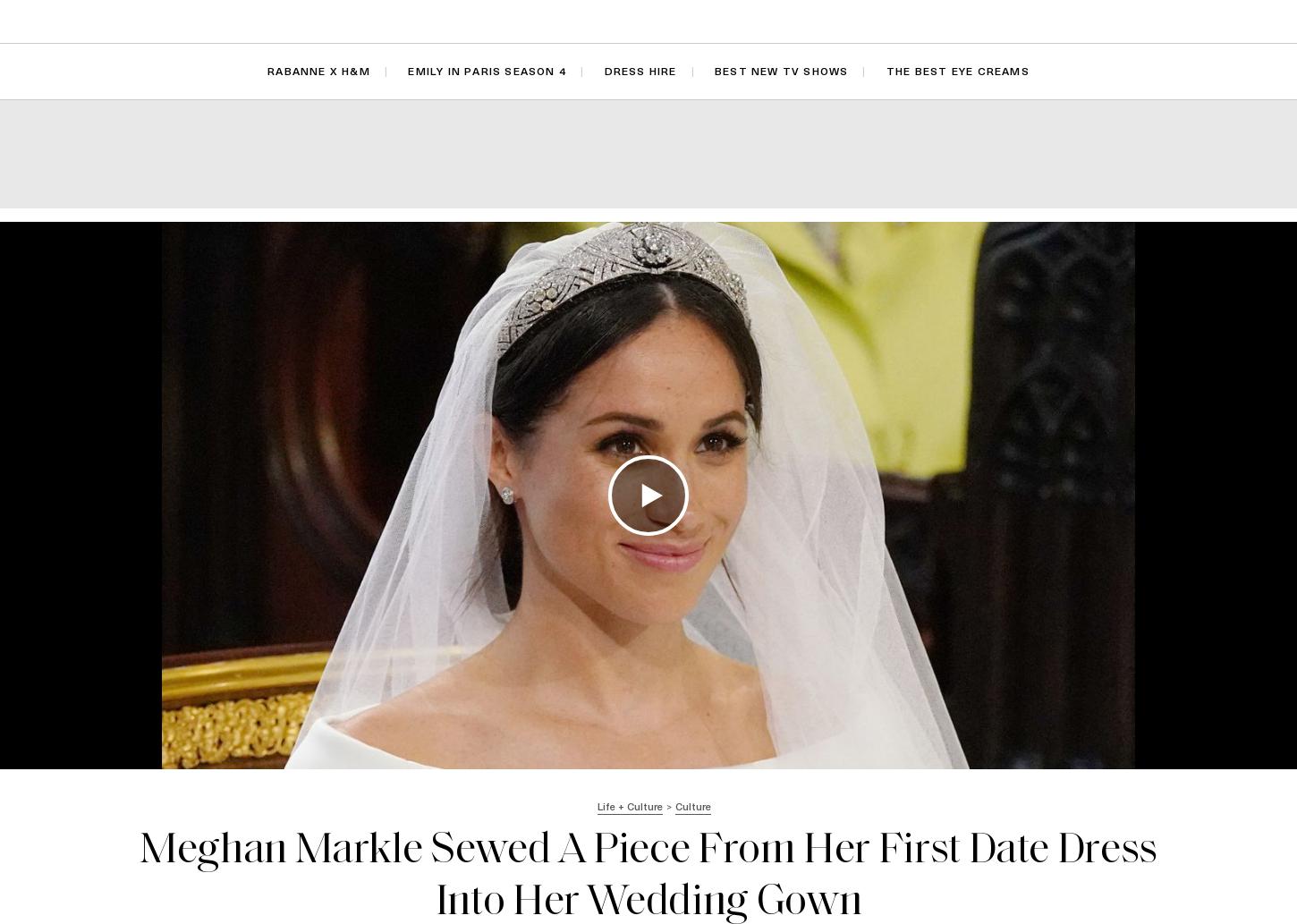 The image size is (1297, 924). Describe the element at coordinates (1143, 21) in the screenshot. I see `'Newsletter'` at that location.